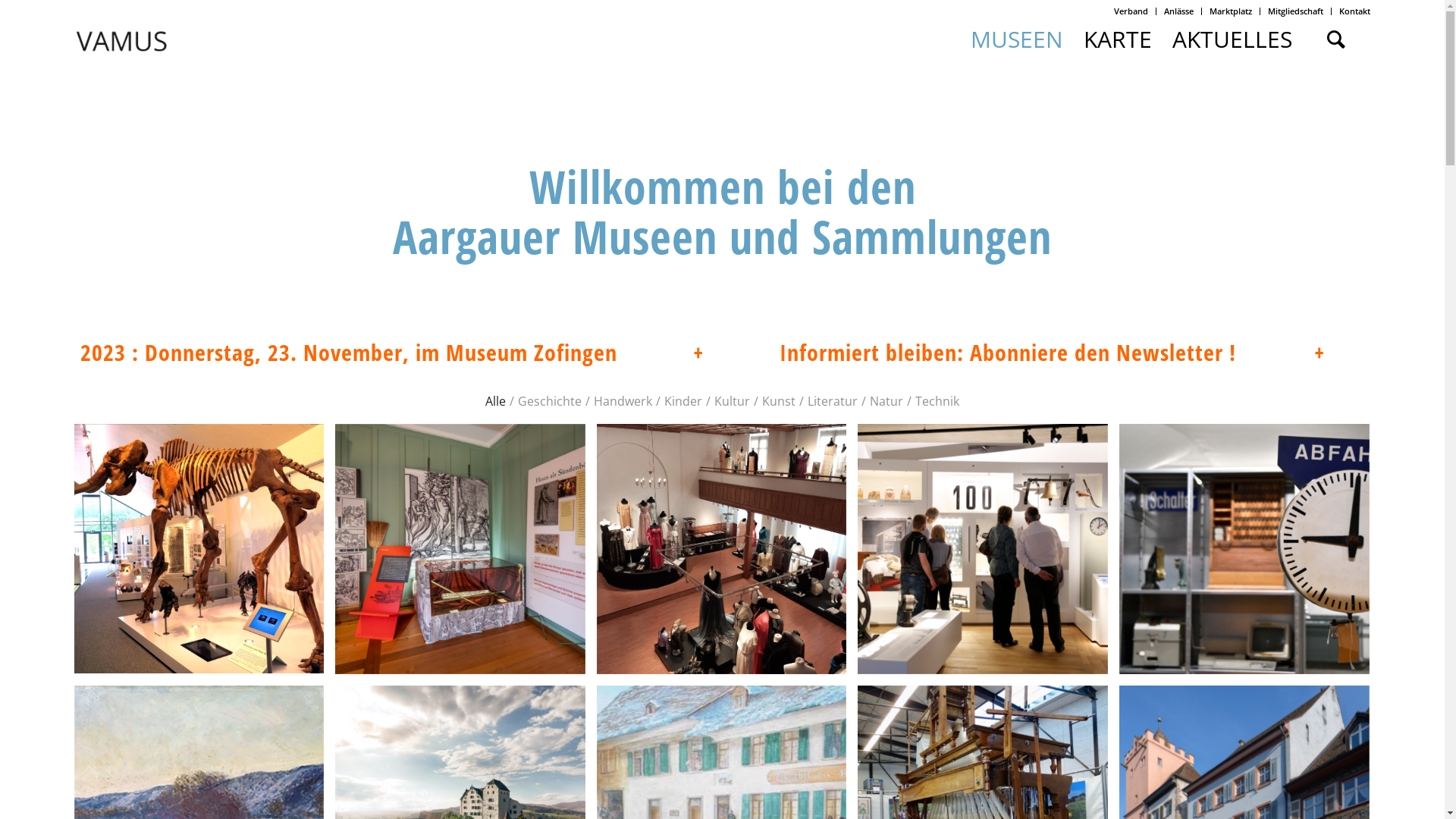 The width and height of the screenshot is (1456, 819). What do you see at coordinates (1016, 38) in the screenshot?
I see `'MUSEEN'` at bounding box center [1016, 38].